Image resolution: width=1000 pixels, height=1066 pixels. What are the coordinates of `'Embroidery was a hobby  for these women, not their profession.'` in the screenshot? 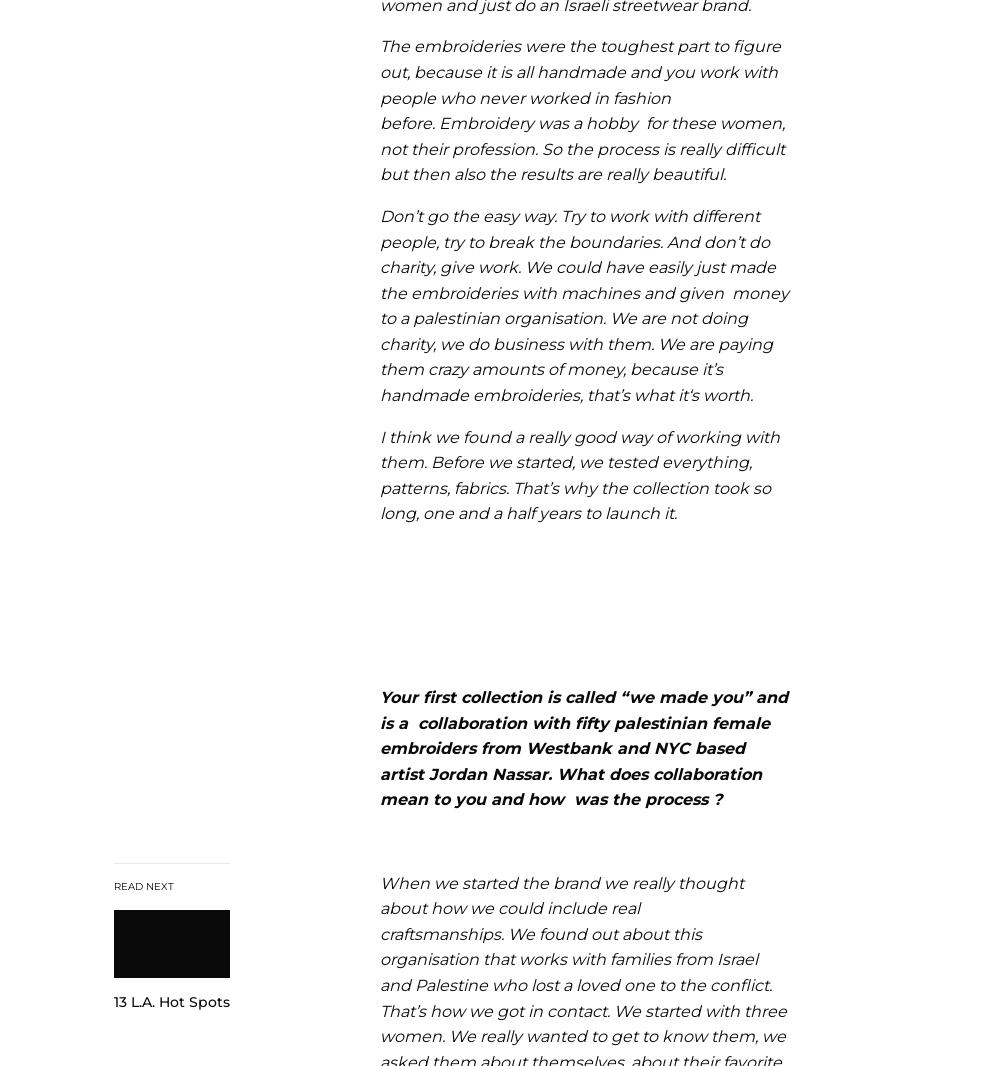 It's located at (581, 135).